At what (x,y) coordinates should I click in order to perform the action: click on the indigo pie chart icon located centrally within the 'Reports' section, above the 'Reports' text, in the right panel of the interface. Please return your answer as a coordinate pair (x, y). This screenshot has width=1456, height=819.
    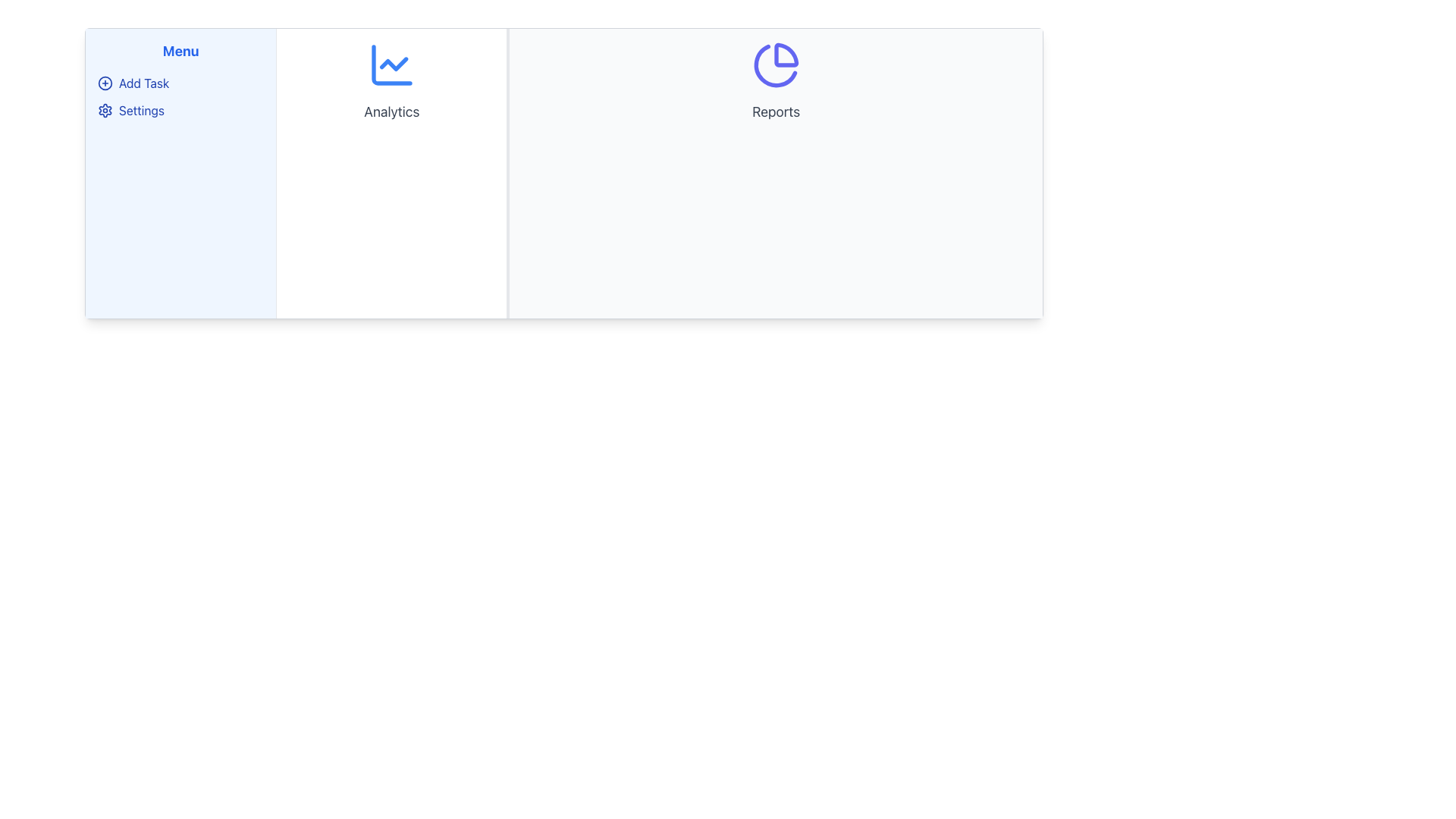
    Looking at the image, I should click on (776, 64).